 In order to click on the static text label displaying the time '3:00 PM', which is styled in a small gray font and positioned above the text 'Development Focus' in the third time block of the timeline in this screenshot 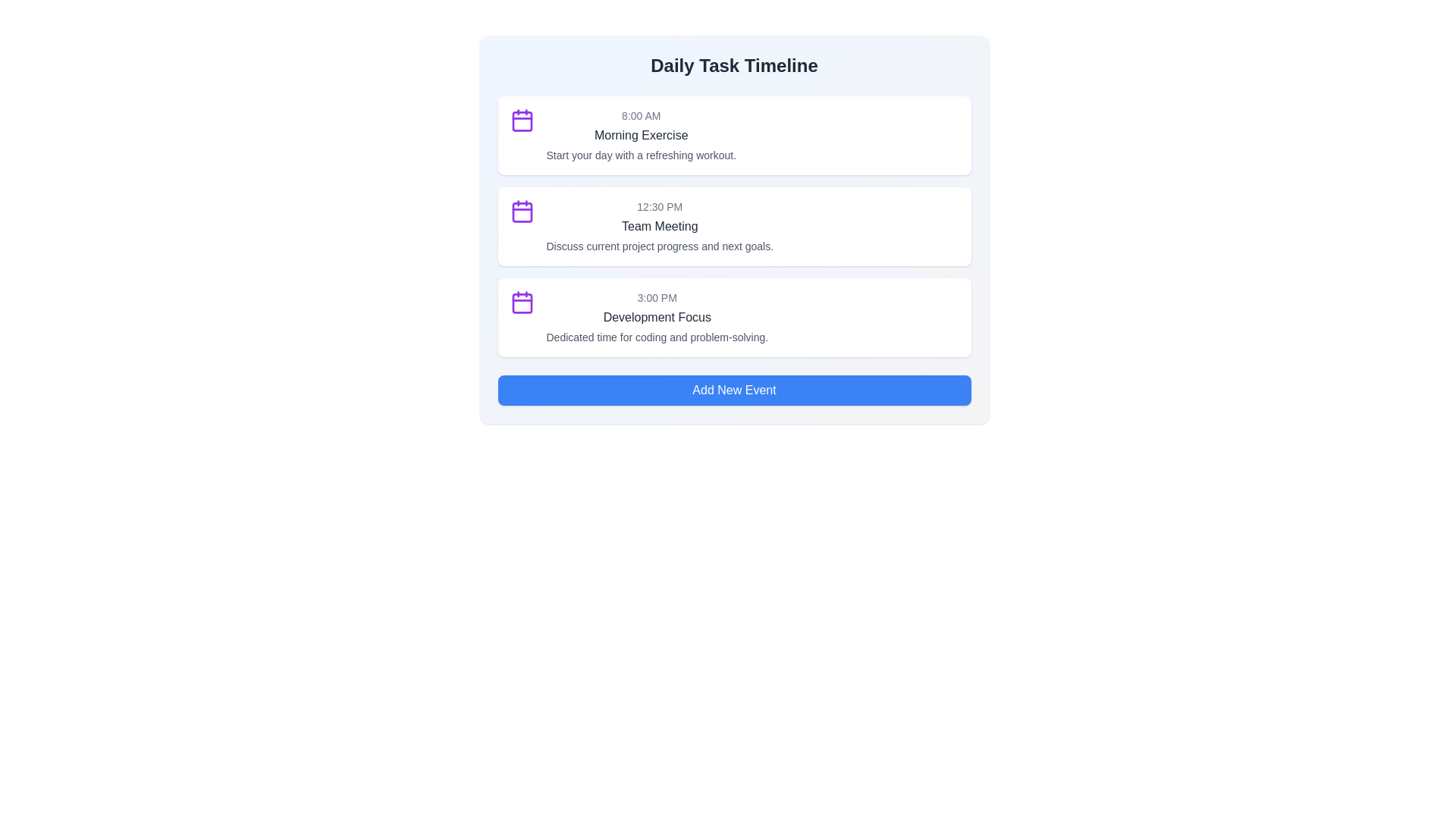, I will do `click(657, 298)`.